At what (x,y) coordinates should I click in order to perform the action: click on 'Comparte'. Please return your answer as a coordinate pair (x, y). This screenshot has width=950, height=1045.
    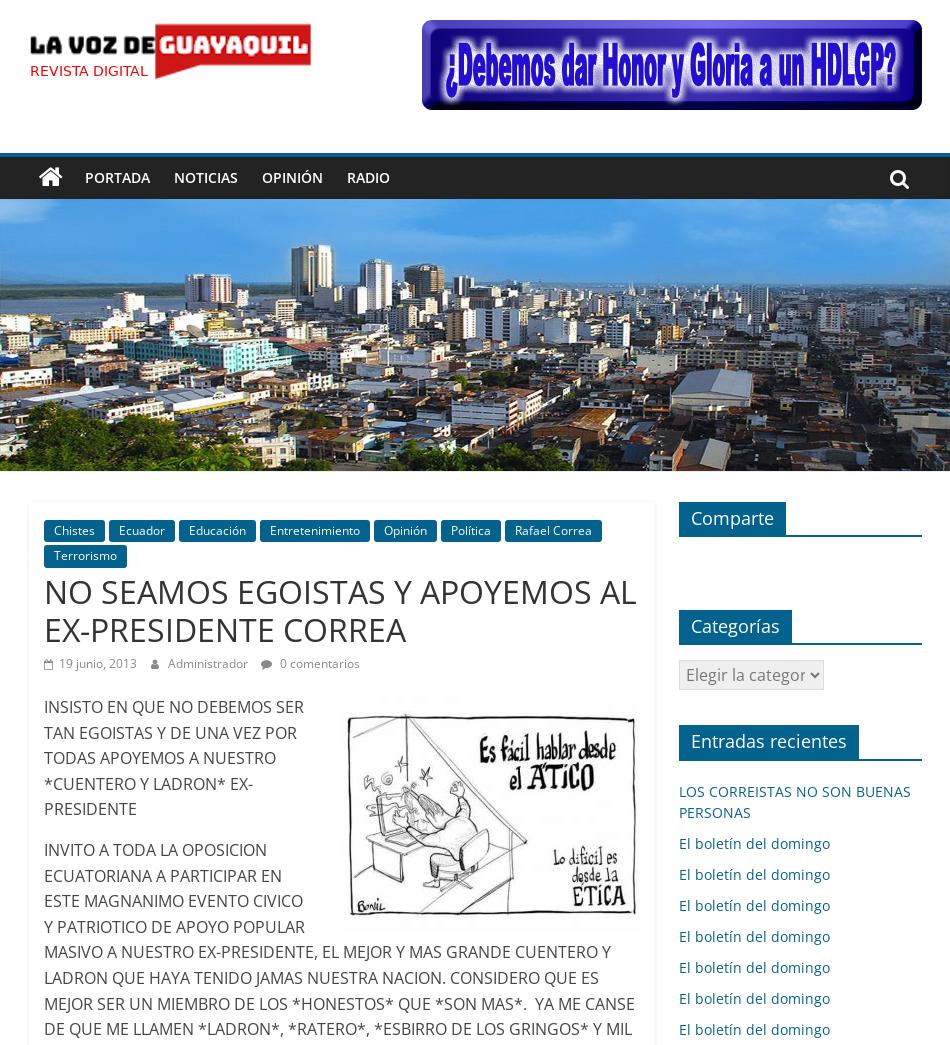
    Looking at the image, I should click on (730, 515).